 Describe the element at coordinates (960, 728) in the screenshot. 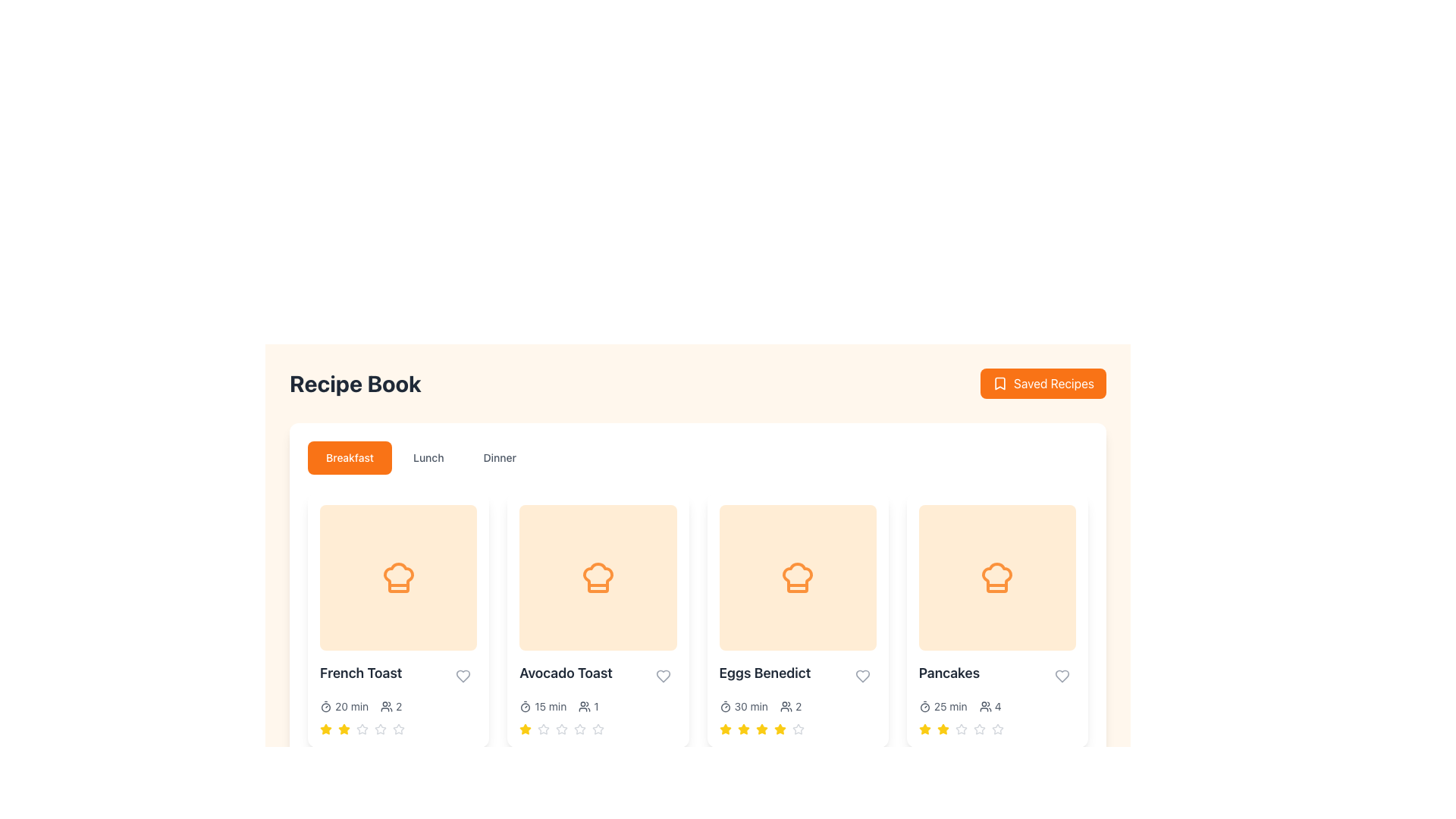

I see `the fourth star icon in the star rating system for the 'Pancakes' item card` at that location.